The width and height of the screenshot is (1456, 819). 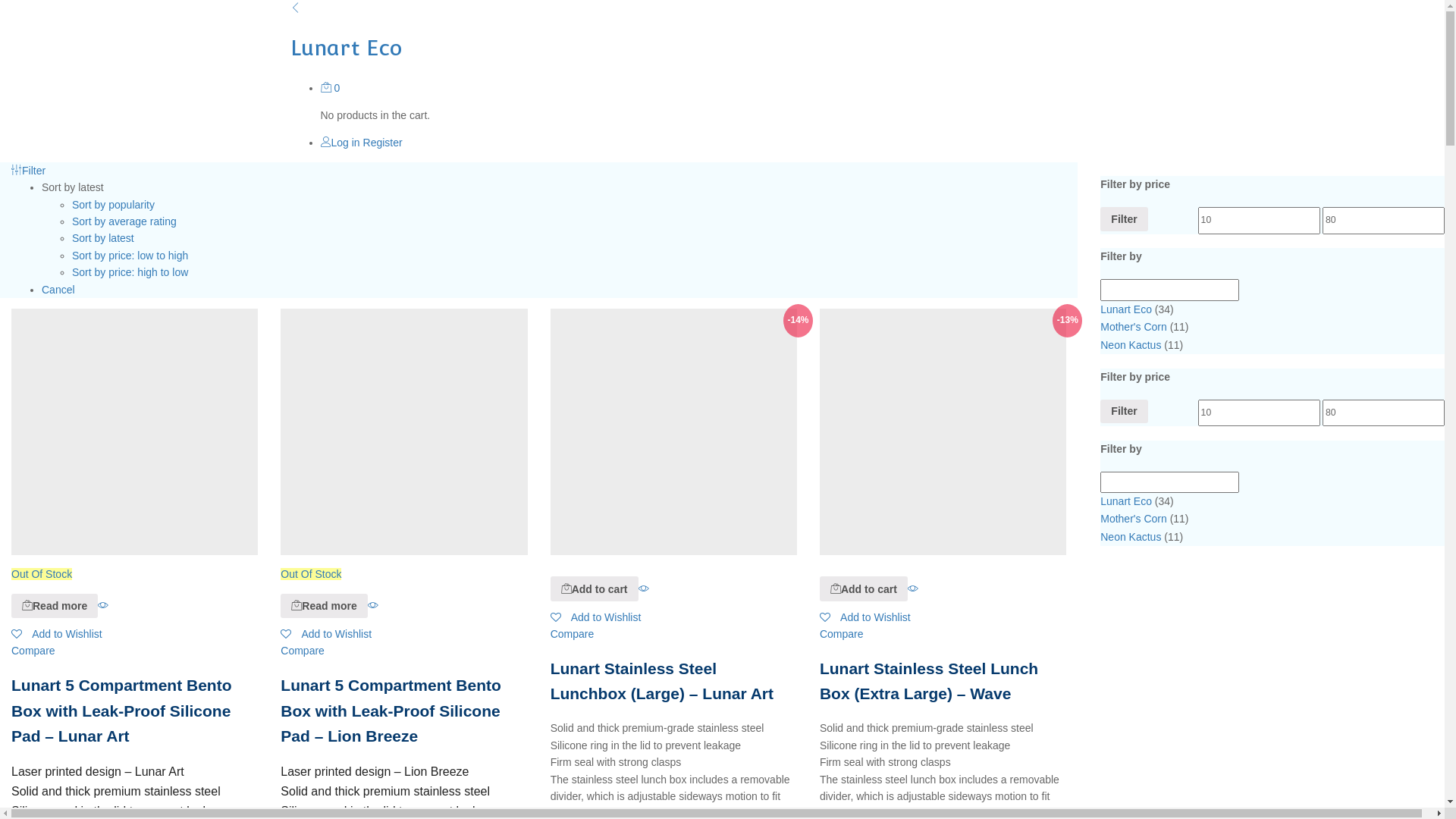 What do you see at coordinates (71, 271) in the screenshot?
I see `'Sort by price: high to low'` at bounding box center [71, 271].